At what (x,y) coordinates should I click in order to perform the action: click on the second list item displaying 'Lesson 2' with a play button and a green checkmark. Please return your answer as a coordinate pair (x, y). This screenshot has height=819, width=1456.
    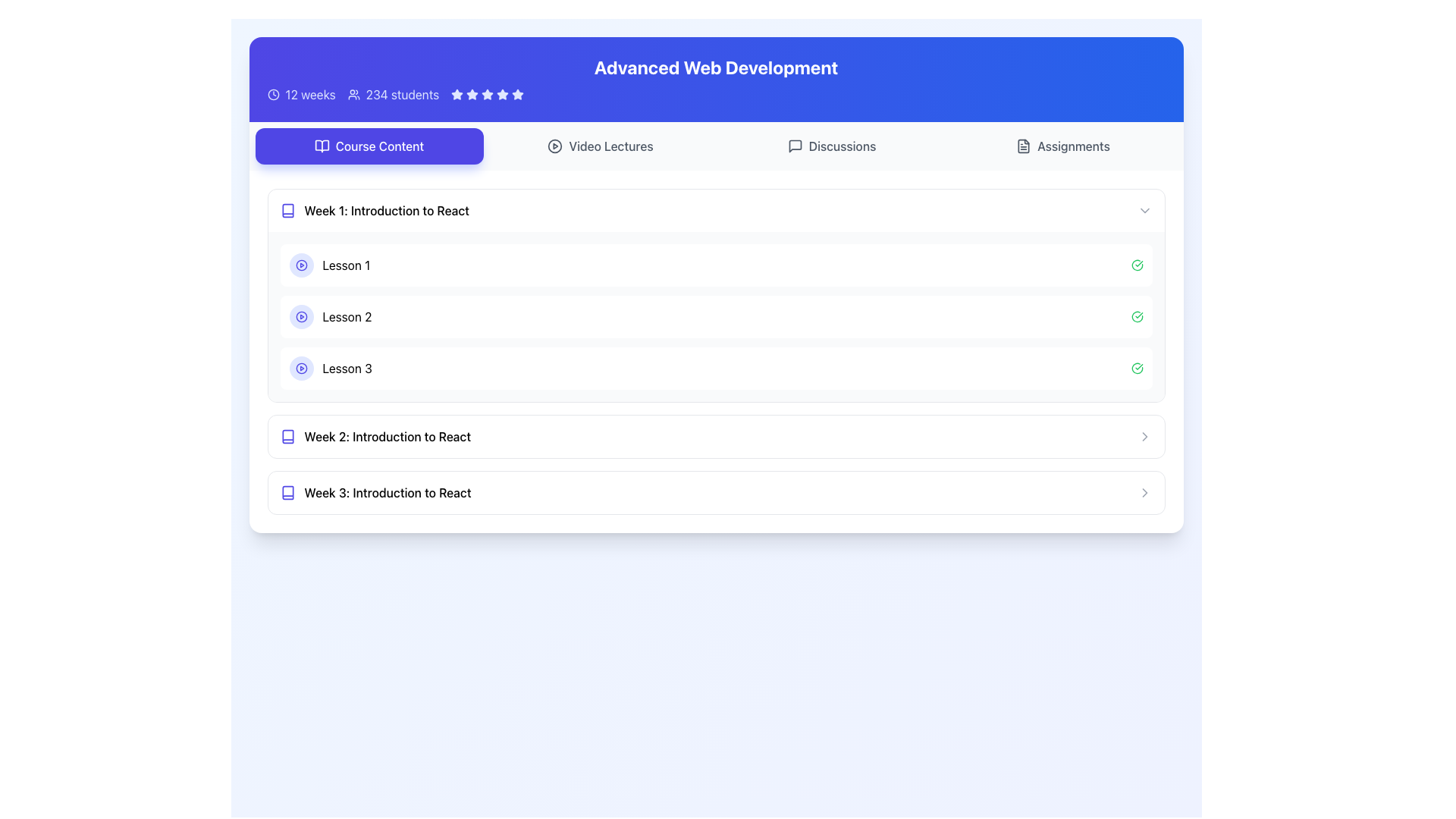
    Looking at the image, I should click on (715, 315).